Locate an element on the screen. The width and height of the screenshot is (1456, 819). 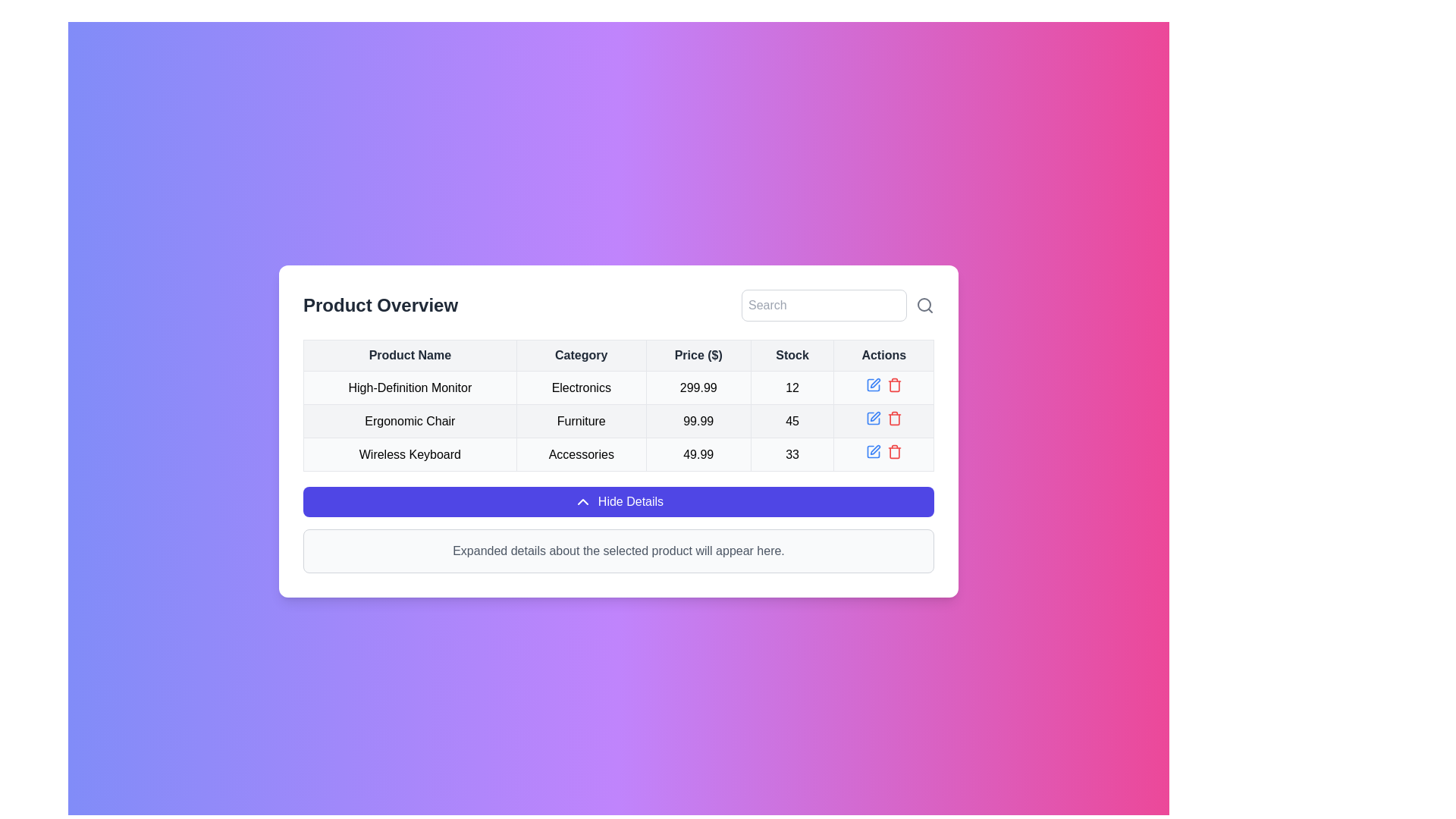
the icon in the last row of the 'Actions' column associated with managing or editing the 'Wireless Keyboard' entry is located at coordinates (873, 384).